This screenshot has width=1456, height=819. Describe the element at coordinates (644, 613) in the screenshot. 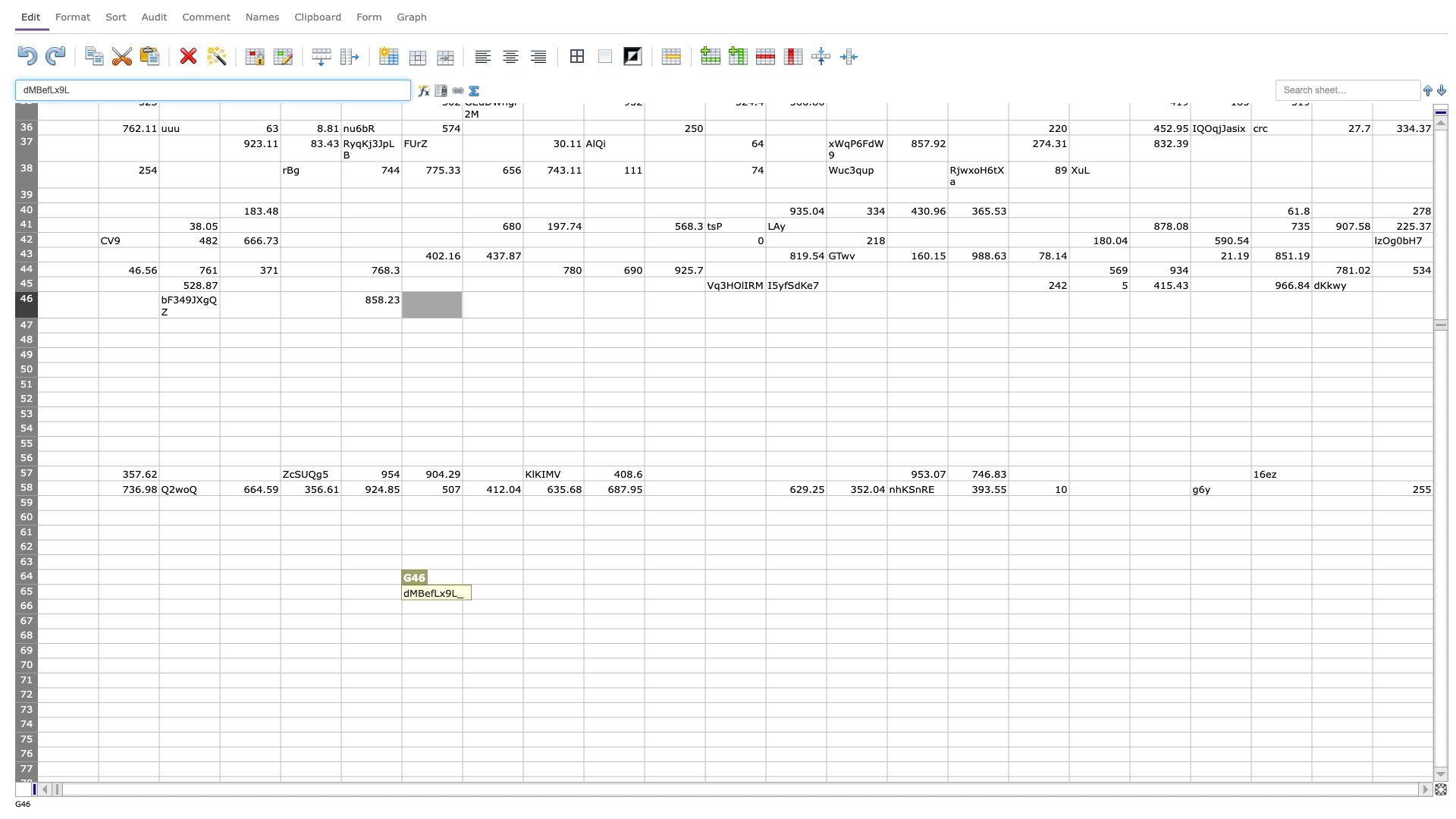

I see `bottom right corner of J66` at that location.